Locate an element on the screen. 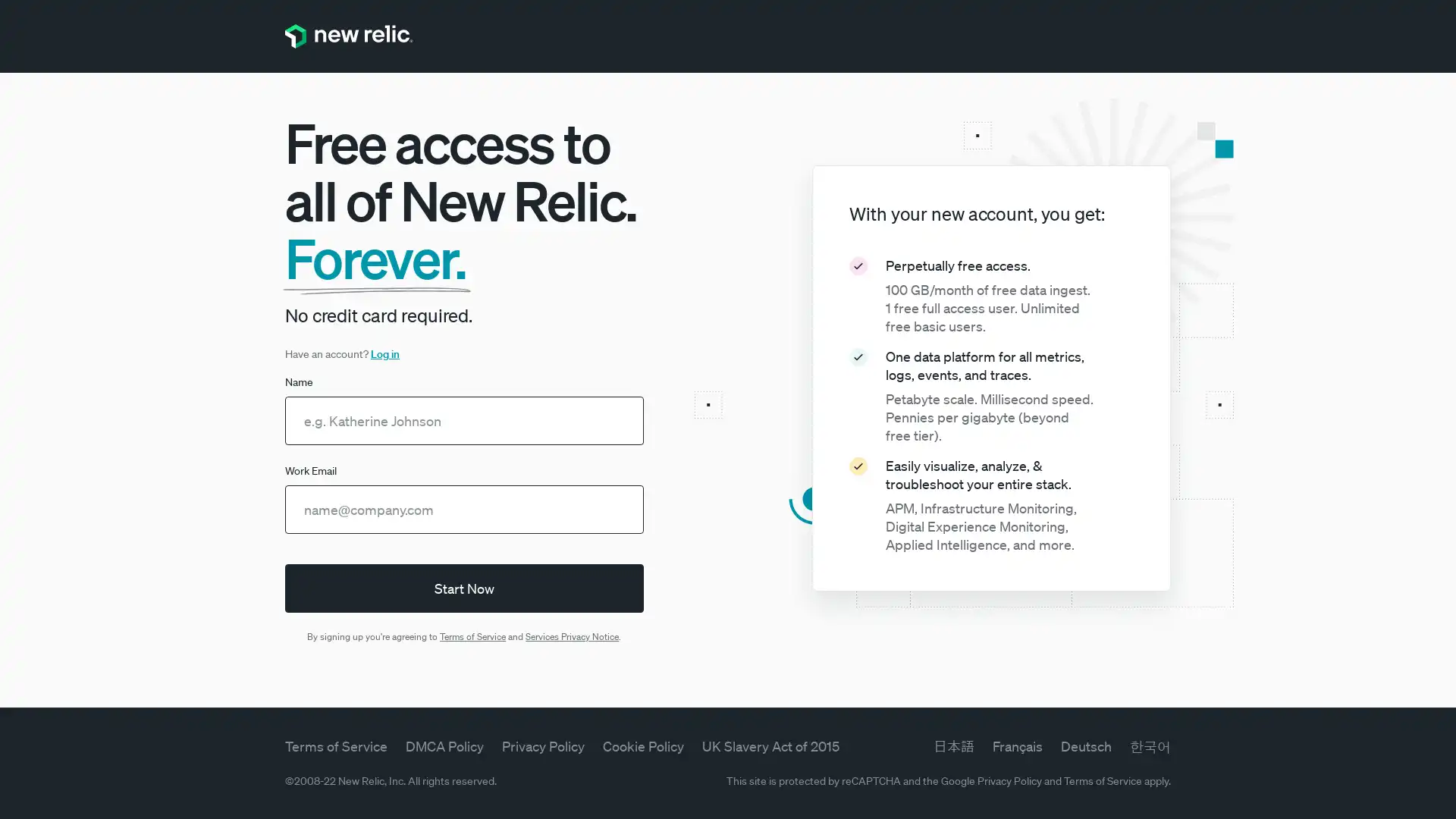  Start Now Start Now is located at coordinates (463, 587).